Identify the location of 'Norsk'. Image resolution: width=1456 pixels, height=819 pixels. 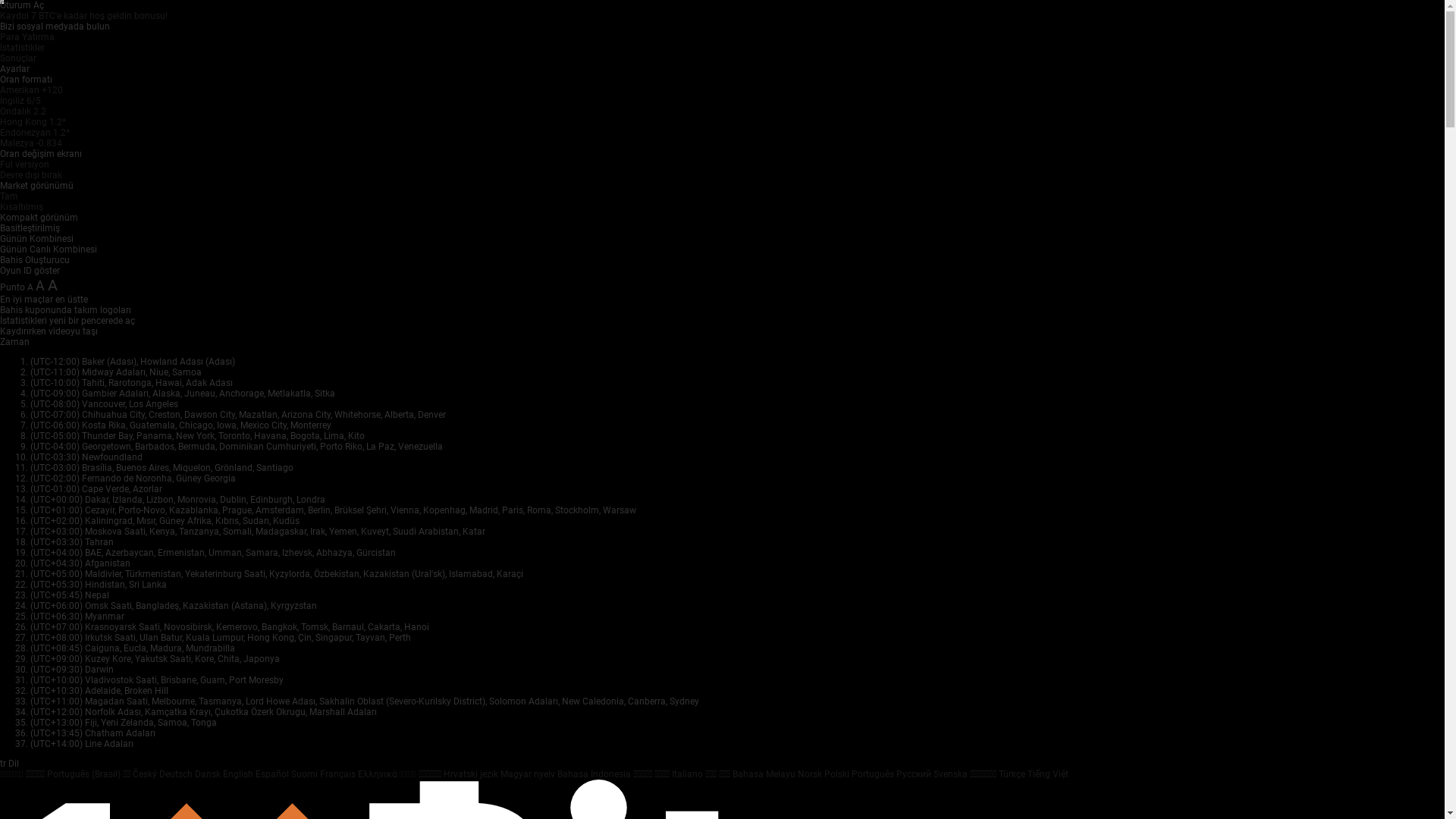
(796, 774).